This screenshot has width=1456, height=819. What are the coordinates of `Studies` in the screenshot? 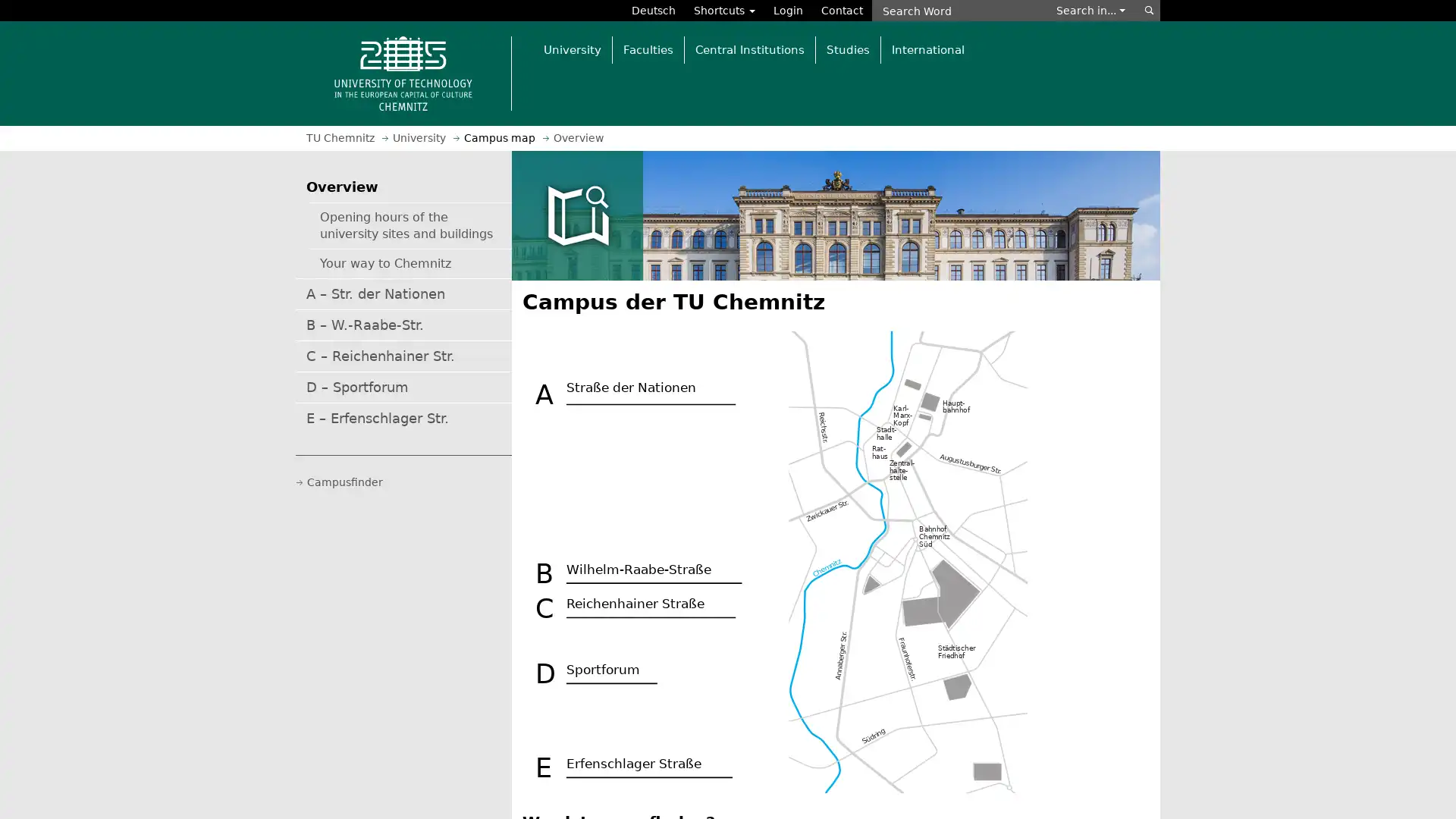 It's located at (847, 49).